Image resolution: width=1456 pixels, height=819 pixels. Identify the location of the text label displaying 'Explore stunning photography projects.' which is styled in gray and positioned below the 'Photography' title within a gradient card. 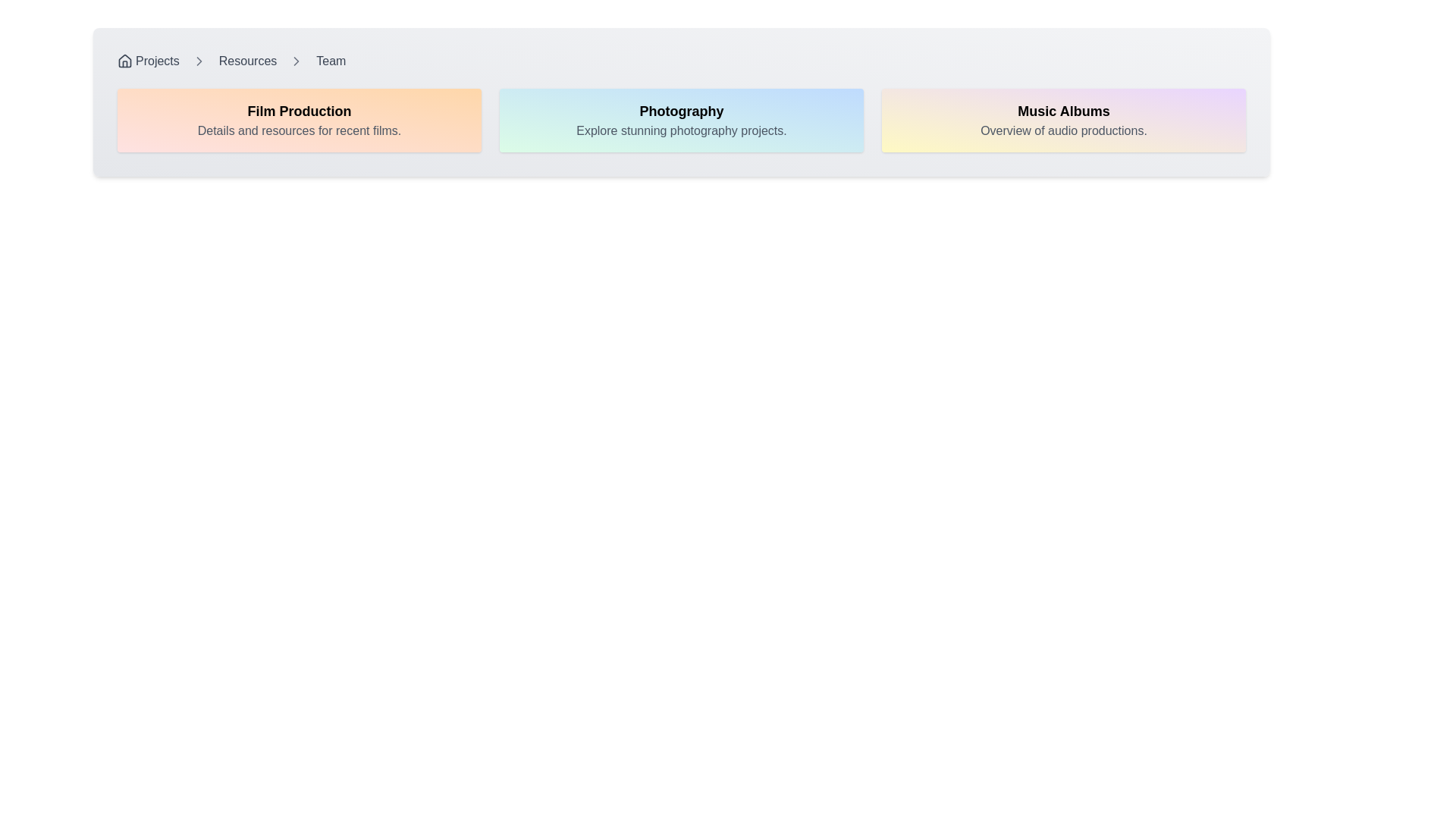
(680, 130).